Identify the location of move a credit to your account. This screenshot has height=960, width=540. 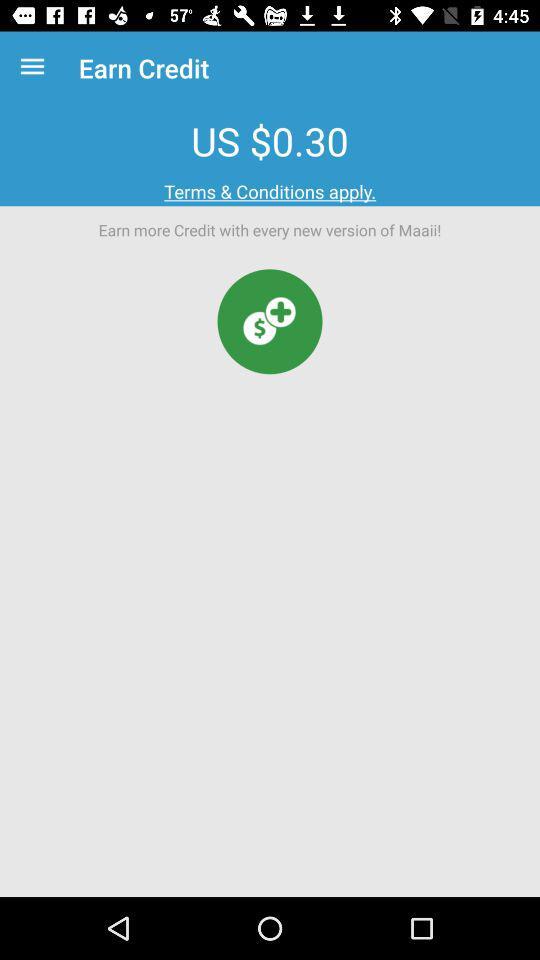
(270, 321).